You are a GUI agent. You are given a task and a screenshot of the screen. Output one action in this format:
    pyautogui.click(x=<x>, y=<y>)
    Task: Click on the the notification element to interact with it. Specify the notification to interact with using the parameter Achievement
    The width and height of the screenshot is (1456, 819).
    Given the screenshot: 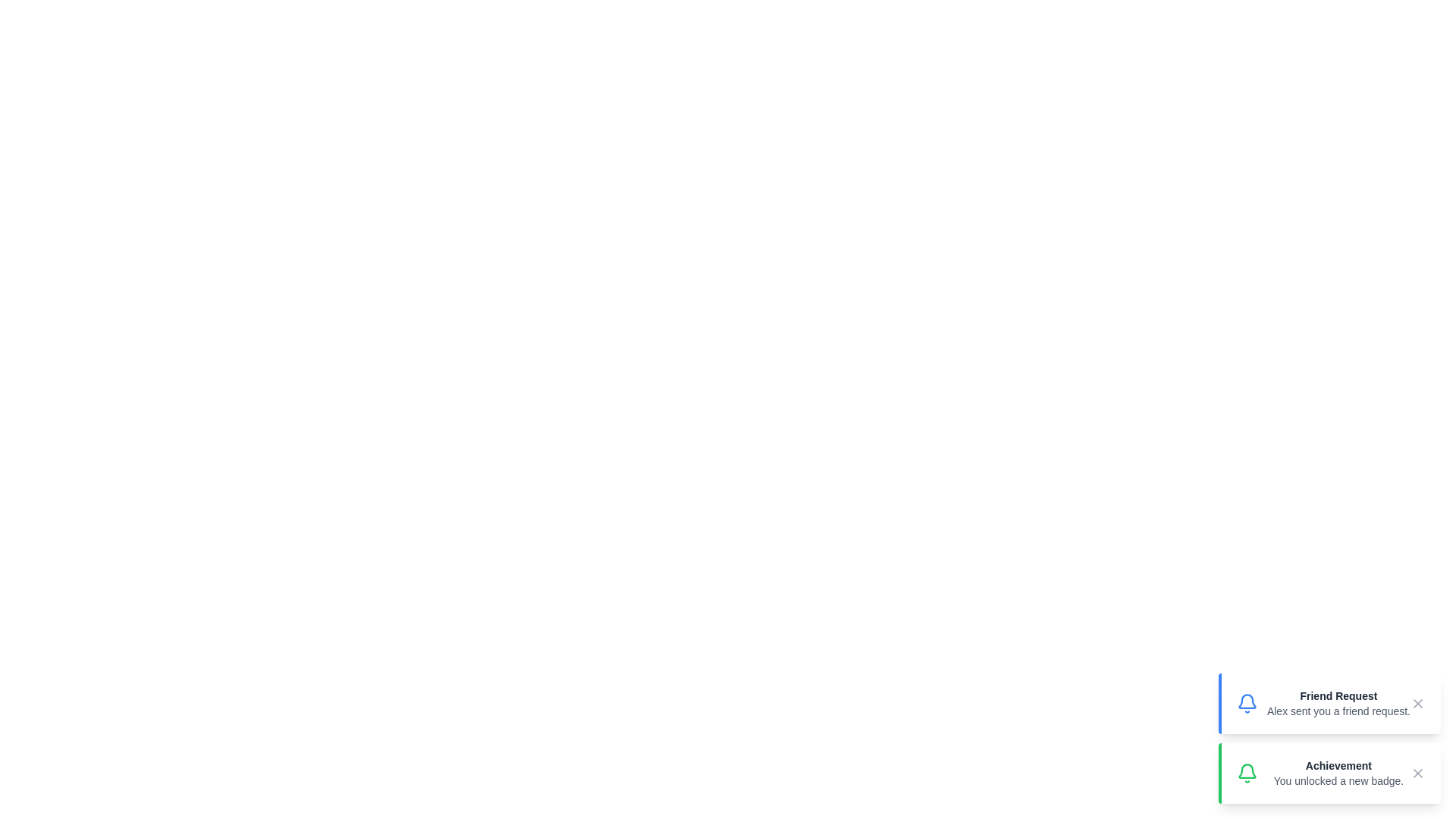 What is the action you would take?
    pyautogui.click(x=1329, y=773)
    